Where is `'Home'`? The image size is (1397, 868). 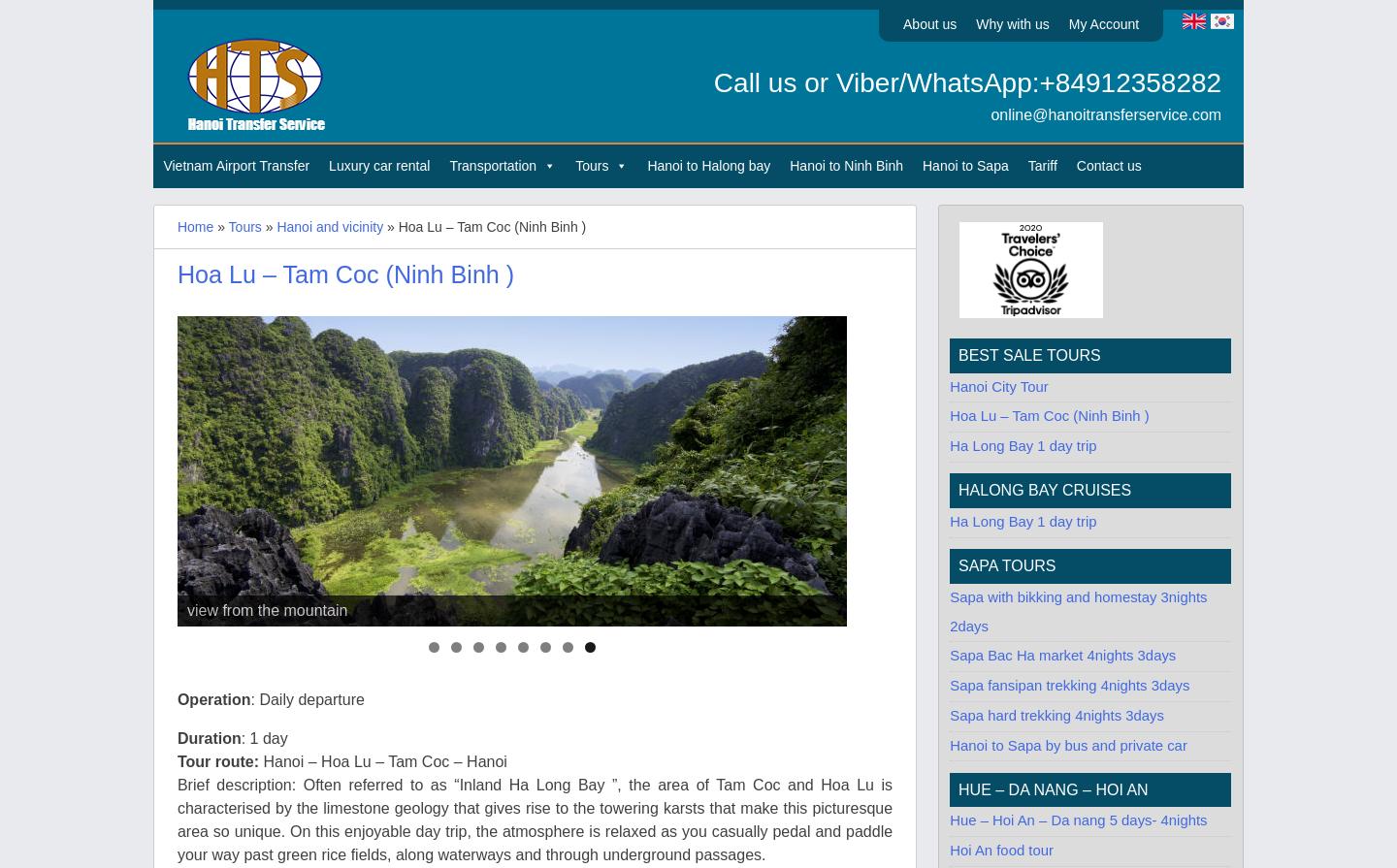 'Home' is located at coordinates (195, 225).